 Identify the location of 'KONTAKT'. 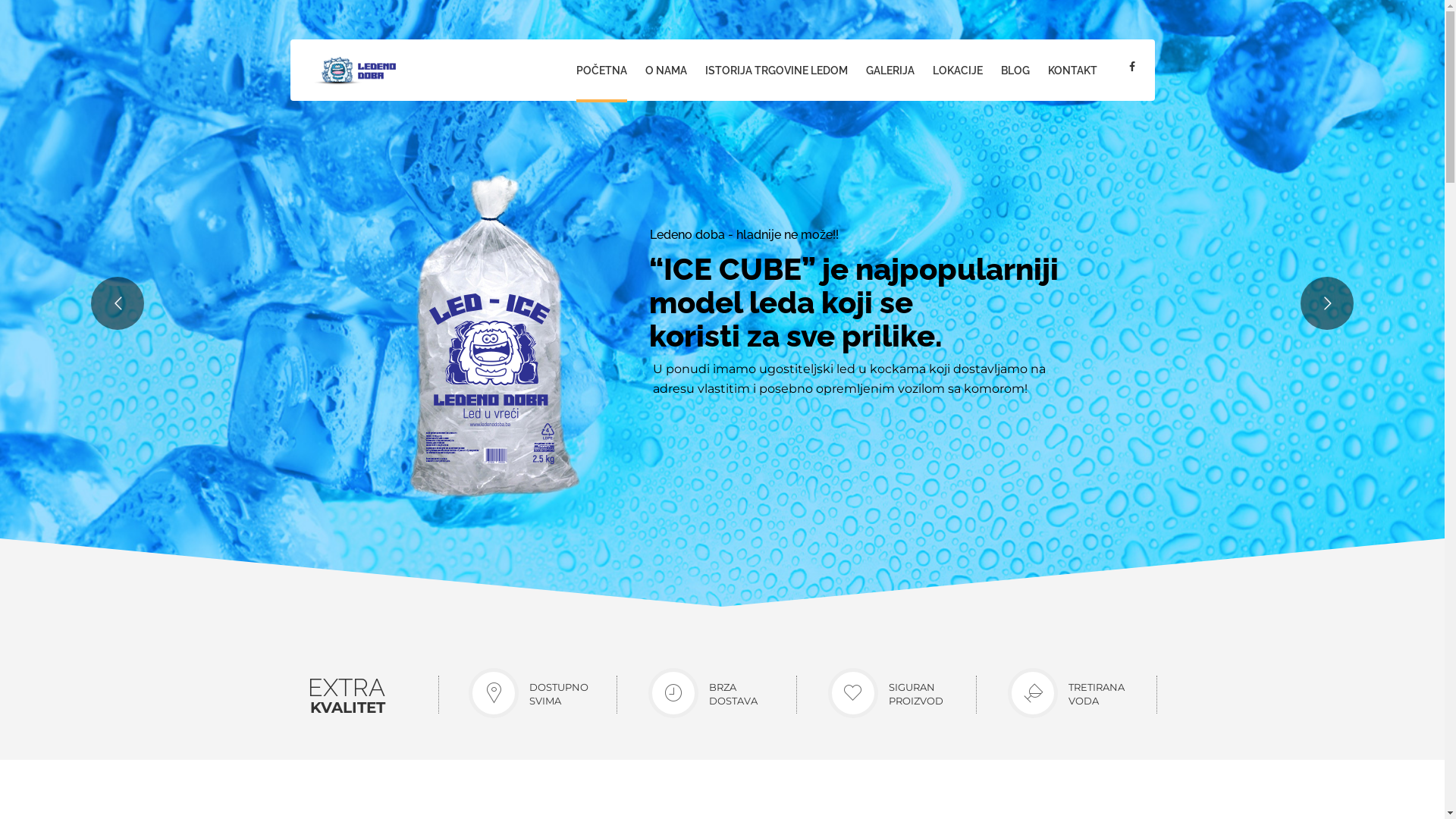
(1072, 71).